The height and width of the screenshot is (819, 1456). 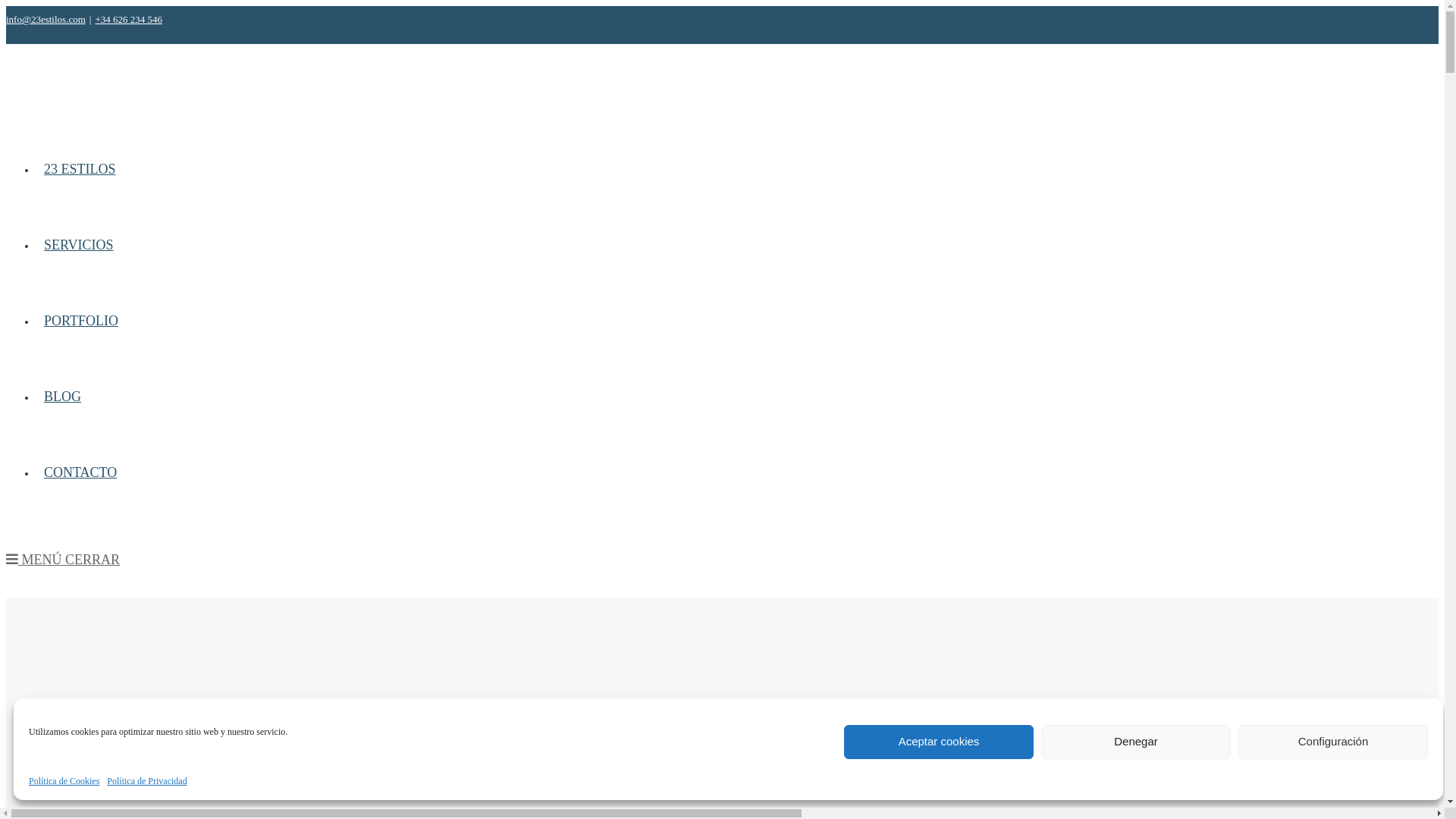 What do you see at coordinates (79, 168) in the screenshot?
I see `'23 ESTILOS'` at bounding box center [79, 168].